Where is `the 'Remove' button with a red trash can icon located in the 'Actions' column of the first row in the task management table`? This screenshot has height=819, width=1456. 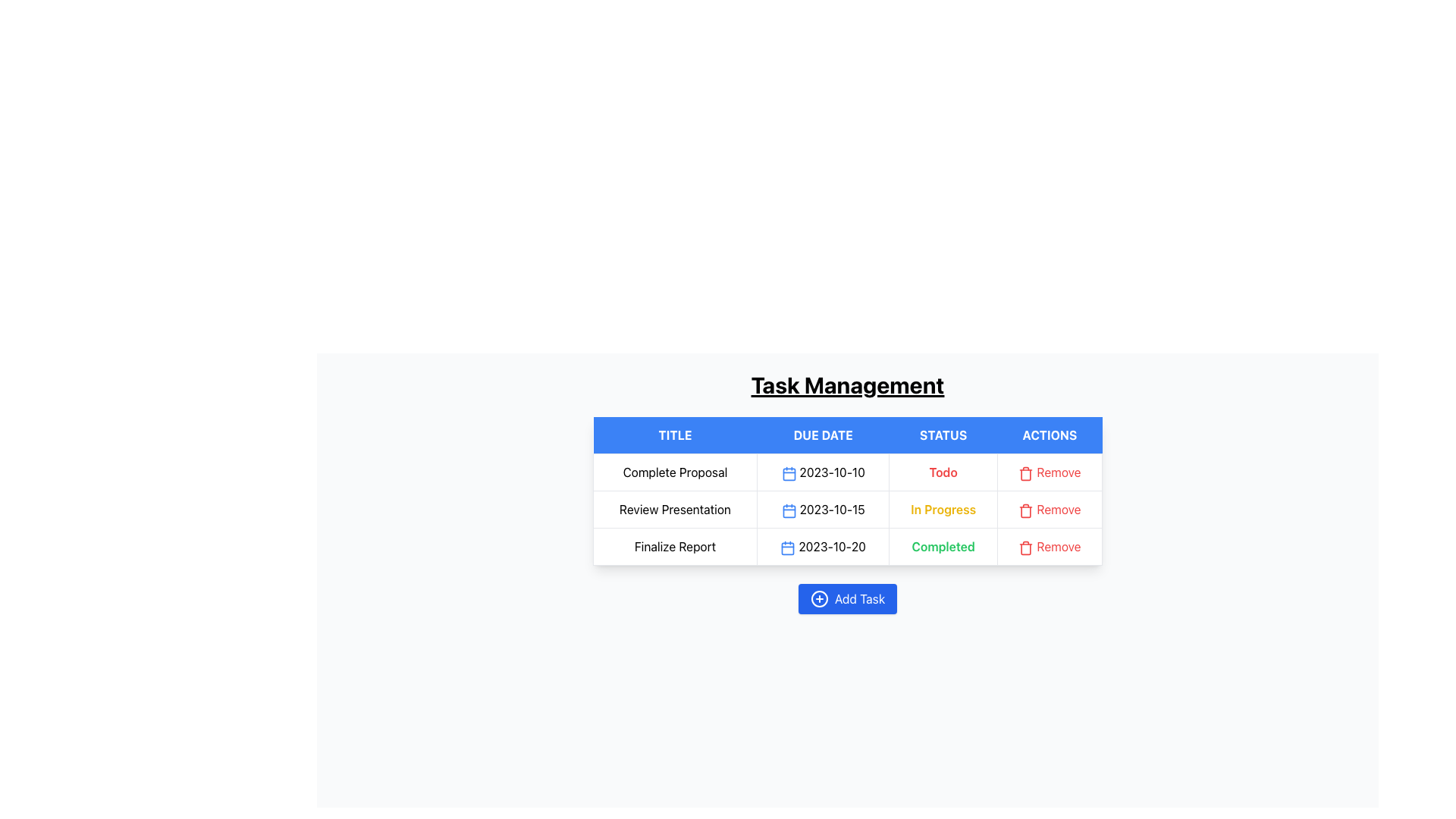 the 'Remove' button with a red trash can icon located in the 'Actions' column of the first row in the task management table is located at coordinates (1048, 472).